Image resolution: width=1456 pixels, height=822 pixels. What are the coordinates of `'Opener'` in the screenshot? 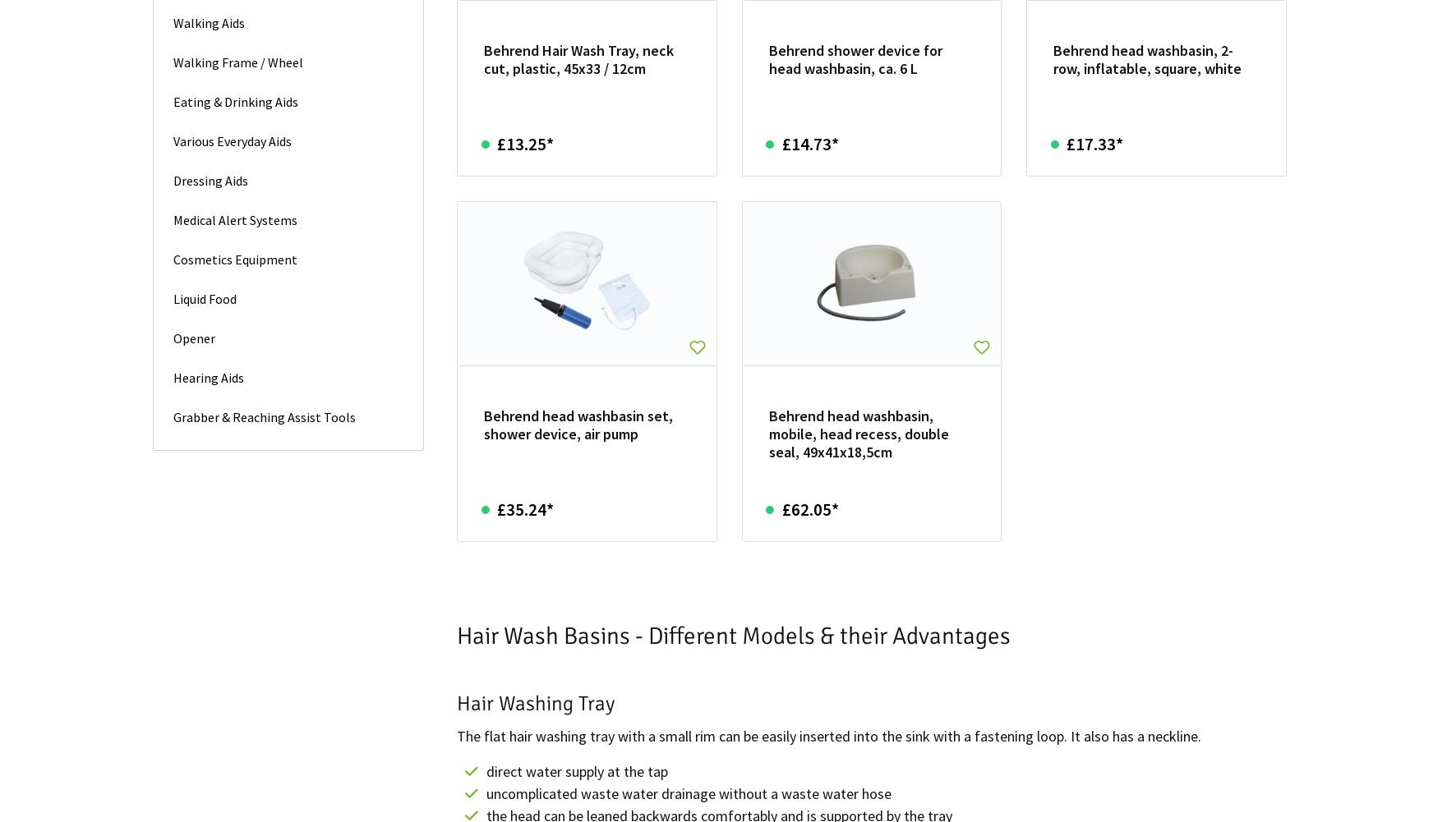 It's located at (193, 337).